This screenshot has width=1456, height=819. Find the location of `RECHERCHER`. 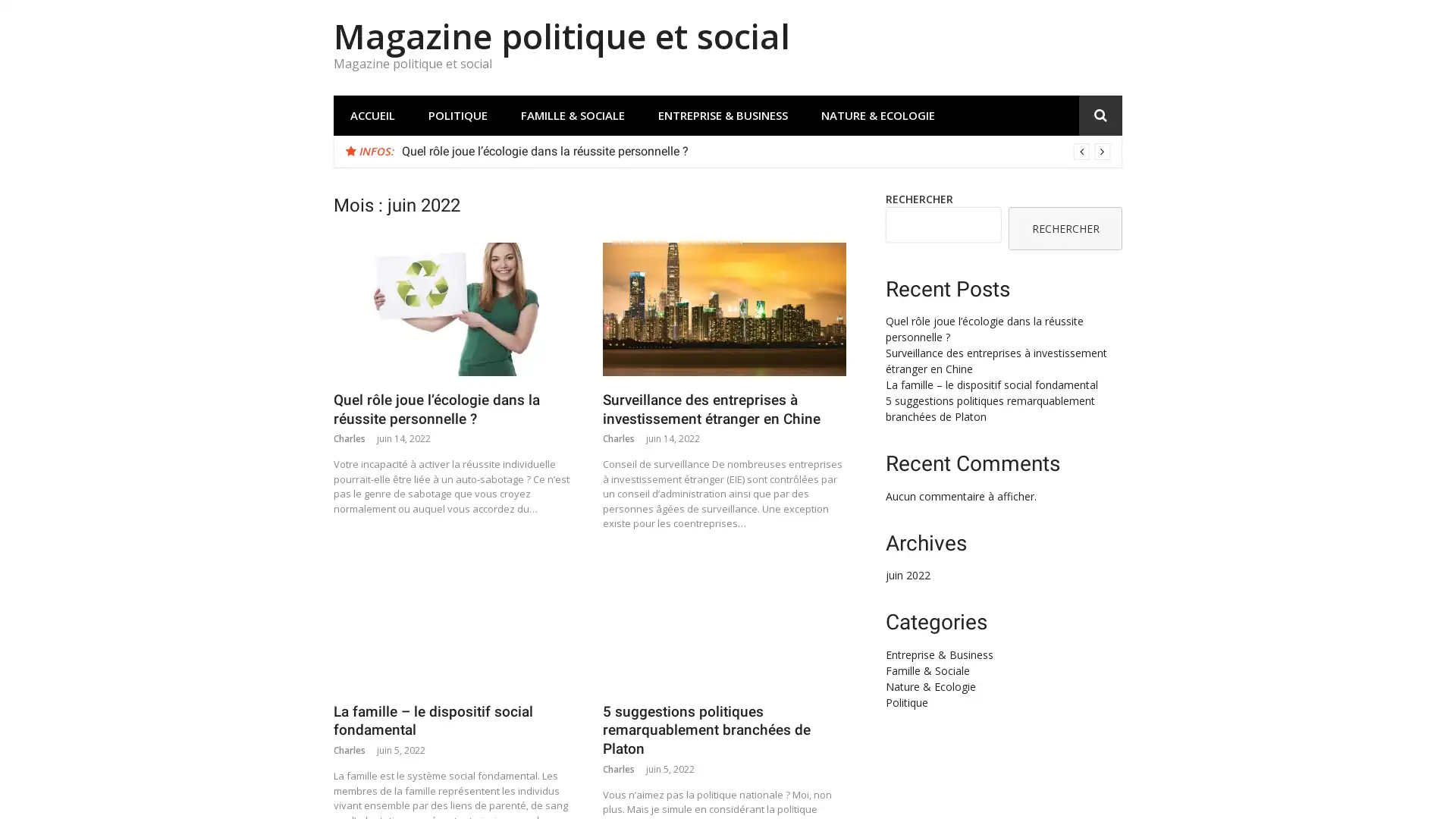

RECHERCHER is located at coordinates (1065, 227).